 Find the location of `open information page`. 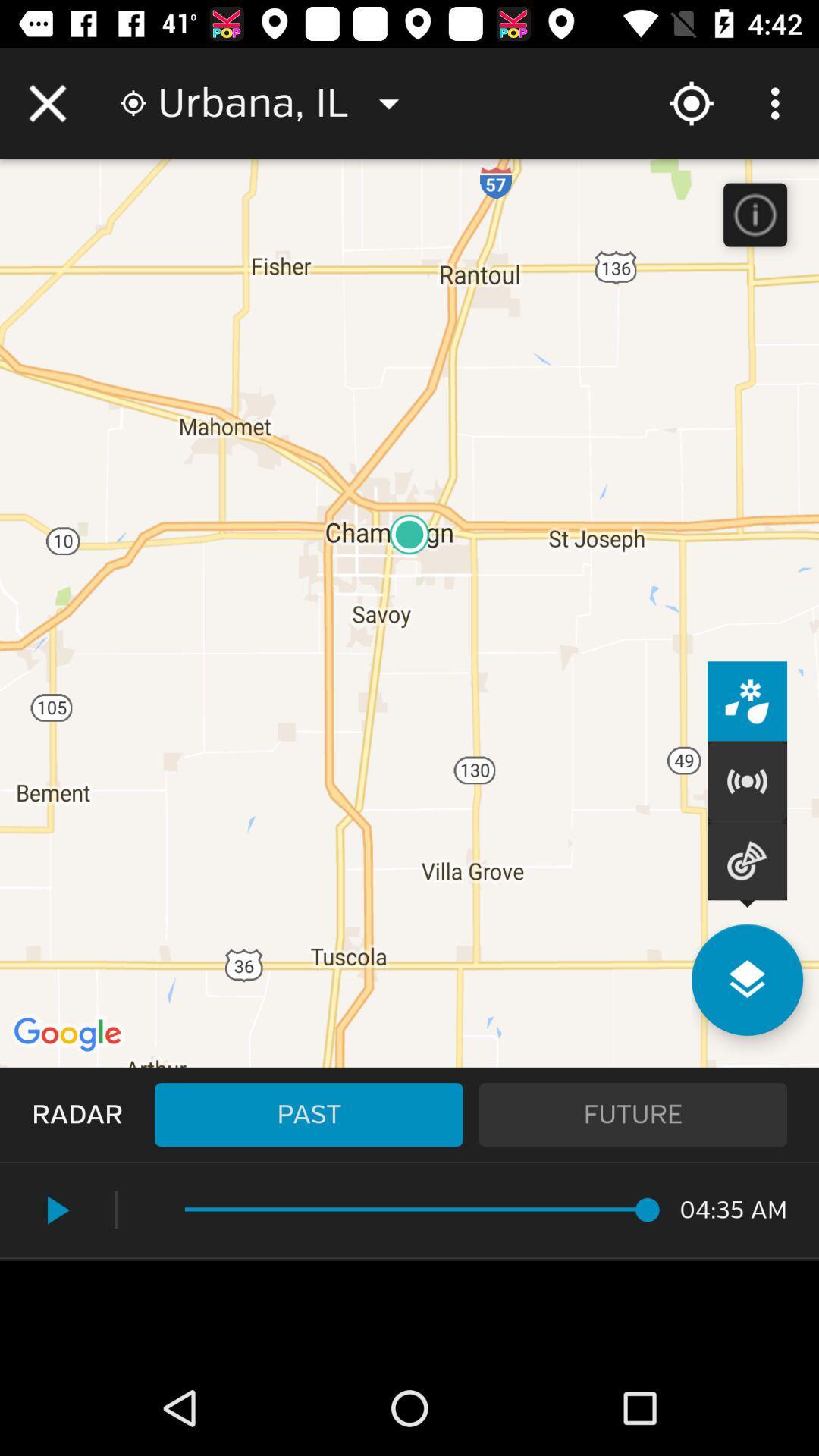

open information page is located at coordinates (755, 214).